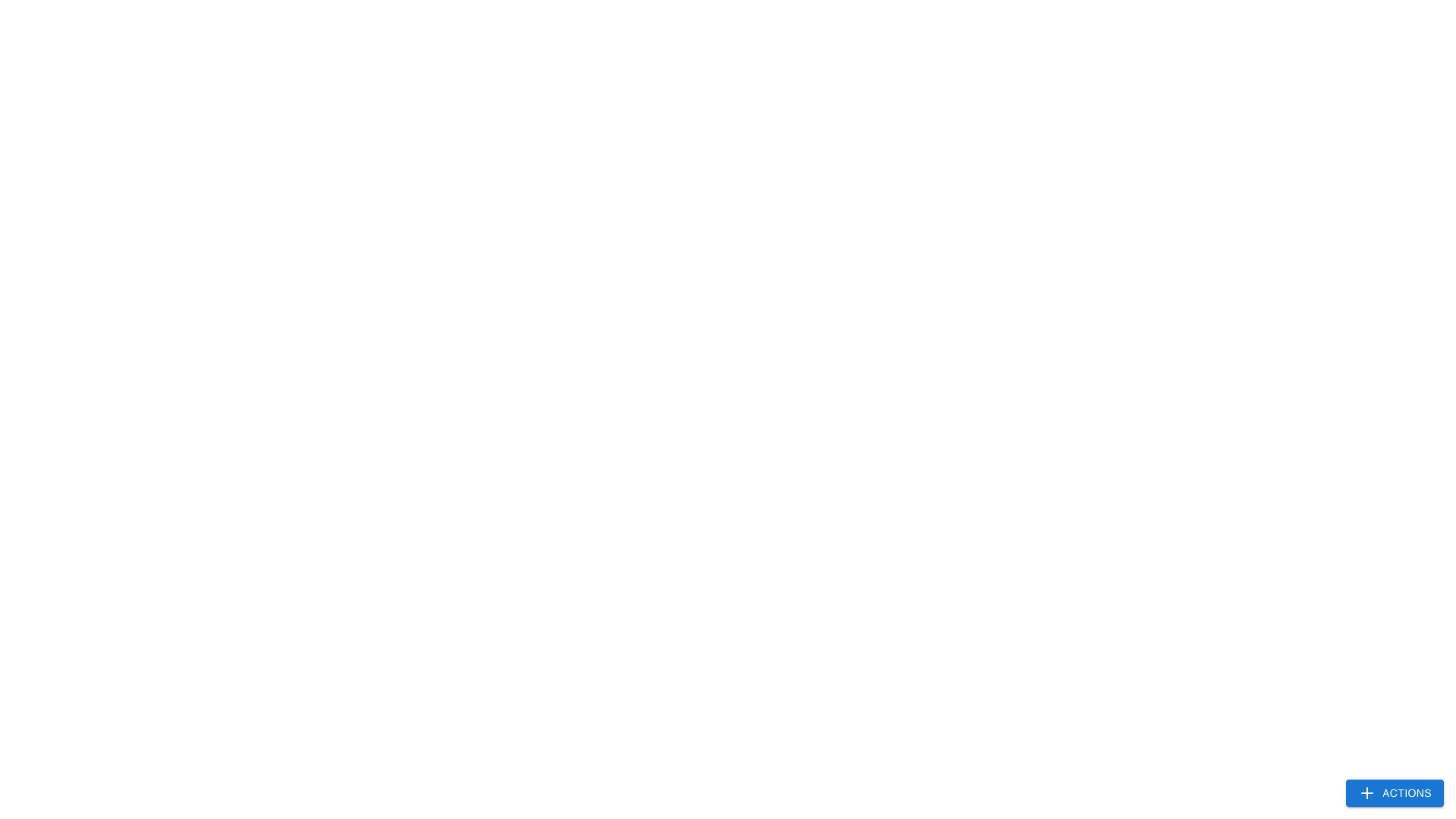  Describe the element at coordinates (1367, 792) in the screenshot. I see `the addition icon located within the 'Actions' button at the far right bottom of the interface, which signifies the creation of new content` at that location.